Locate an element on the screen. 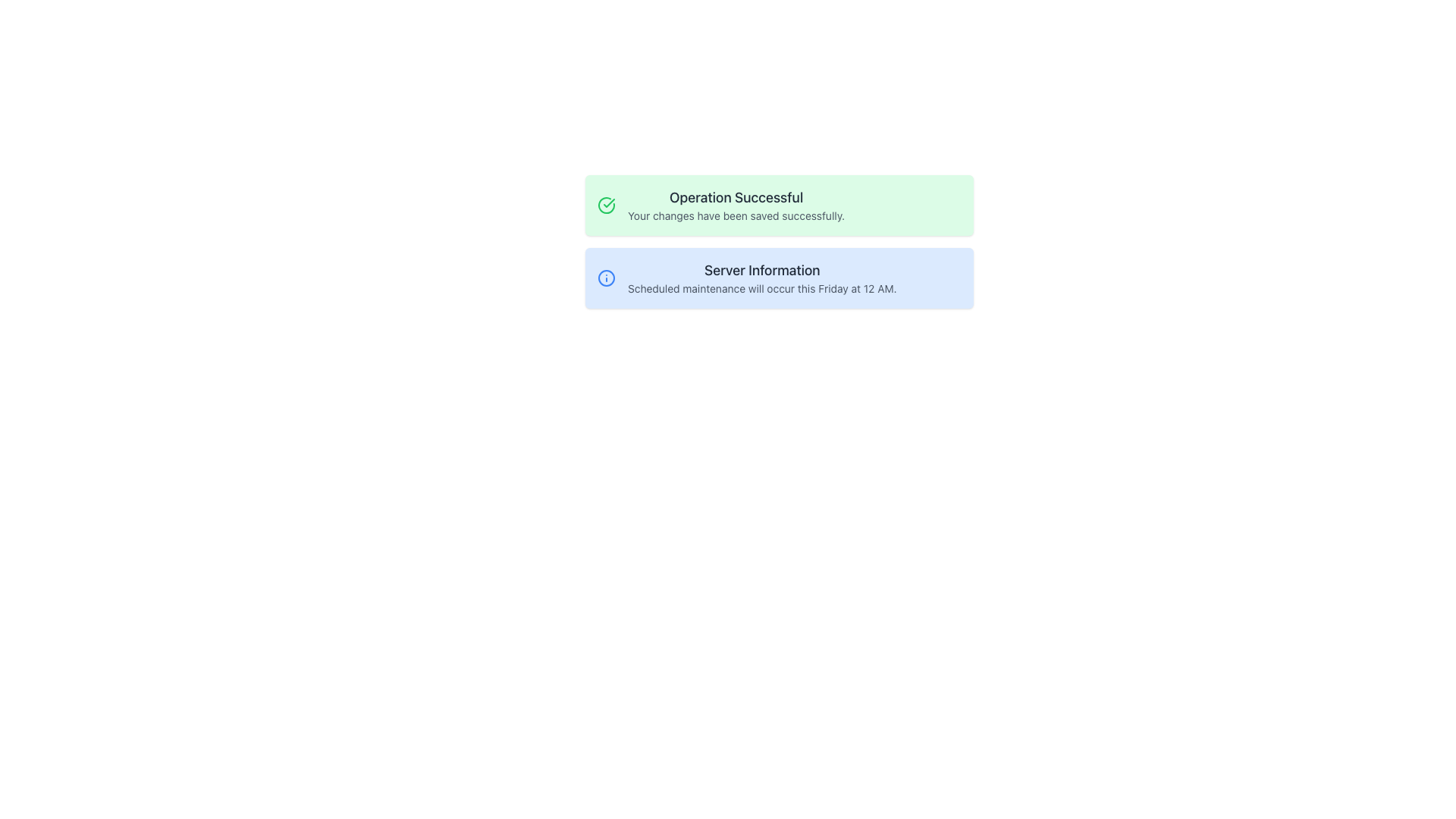 The image size is (1456, 819). the second informational notification card with a light blue background containing the title 'Server Information' and the message 'Scheduled maintenance will occur this Friday at 12 AM.' is located at coordinates (779, 278).